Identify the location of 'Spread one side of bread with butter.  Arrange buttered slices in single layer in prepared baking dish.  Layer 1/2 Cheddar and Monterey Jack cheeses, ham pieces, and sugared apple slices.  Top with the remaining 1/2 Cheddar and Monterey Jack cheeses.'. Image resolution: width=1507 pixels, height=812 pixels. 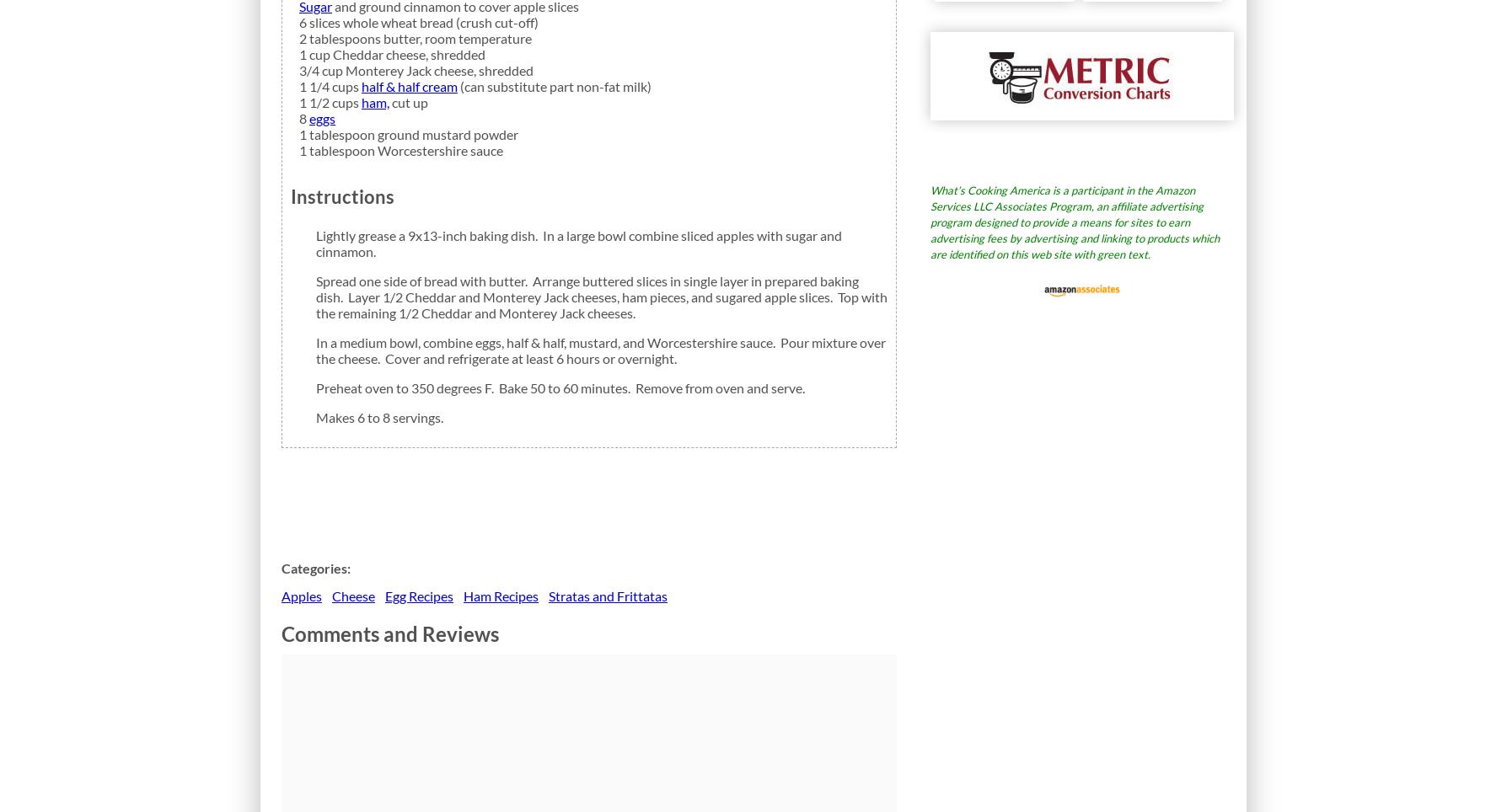
(314, 295).